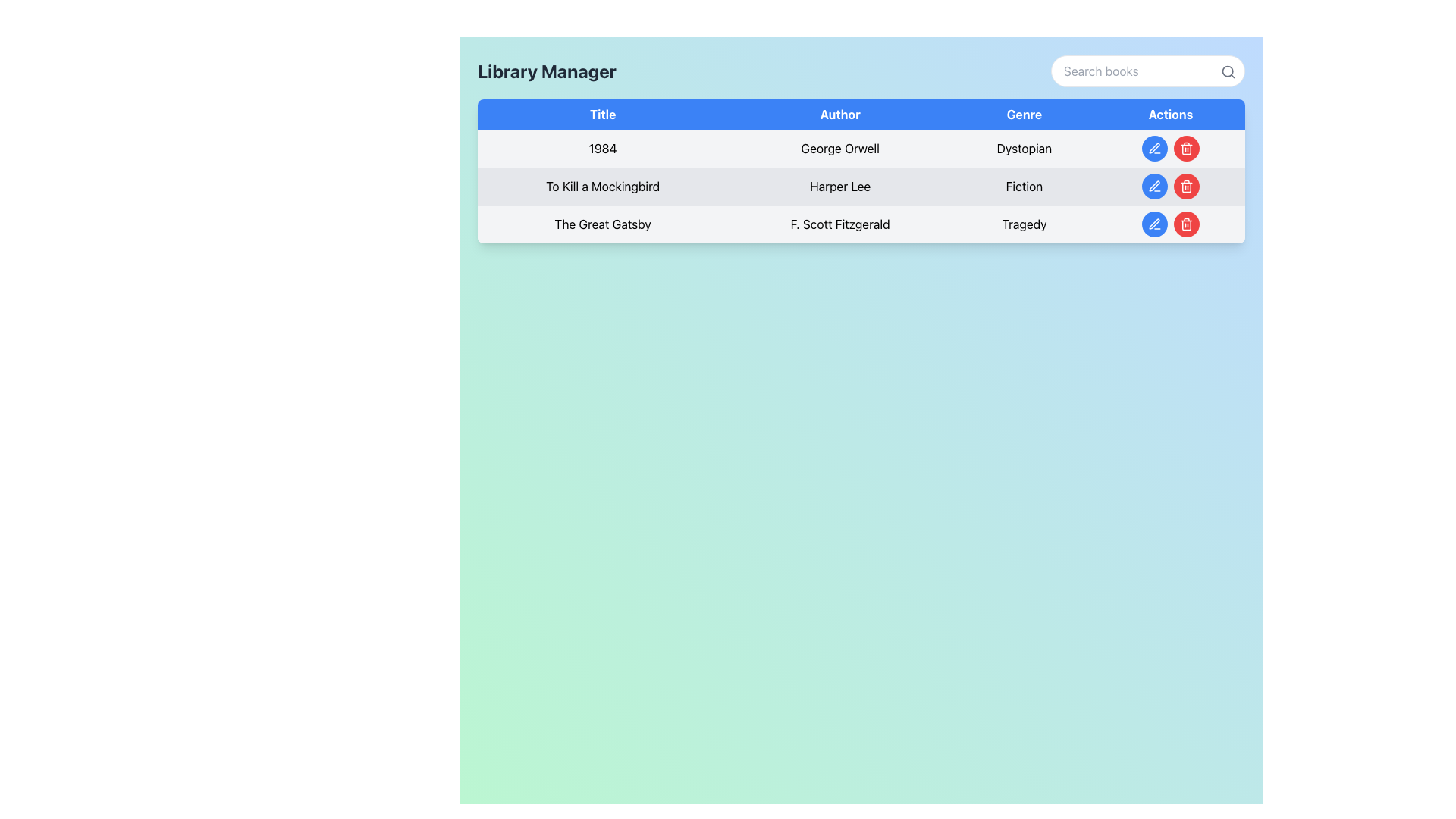  Describe the element at coordinates (1185, 224) in the screenshot. I see `the circular red button with a white trash bin symbol in the 'Actions' section of the table row for 'The Great Gatsby'` at that location.